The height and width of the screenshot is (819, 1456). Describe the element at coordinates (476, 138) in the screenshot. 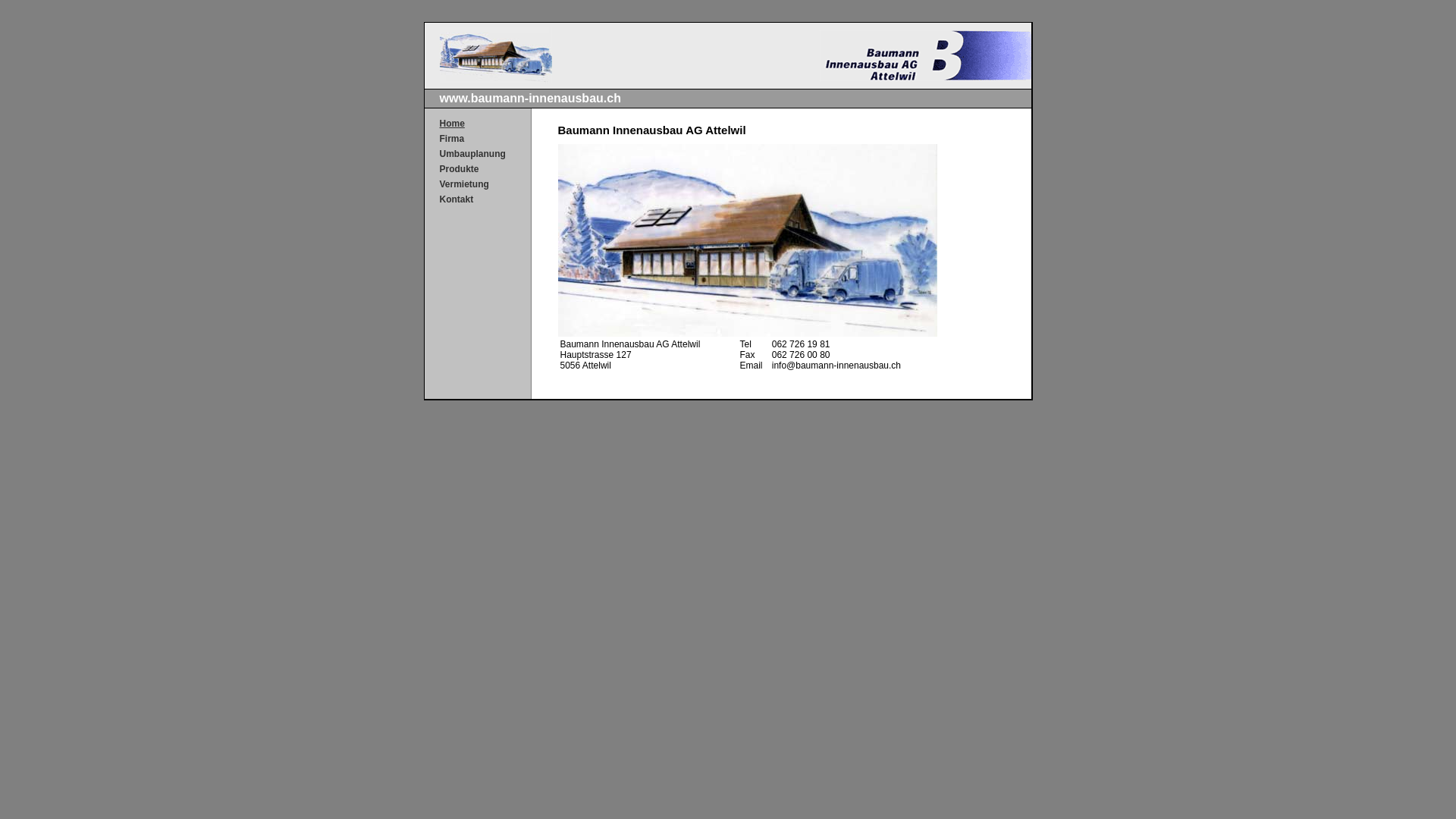

I see `'Firma'` at that location.